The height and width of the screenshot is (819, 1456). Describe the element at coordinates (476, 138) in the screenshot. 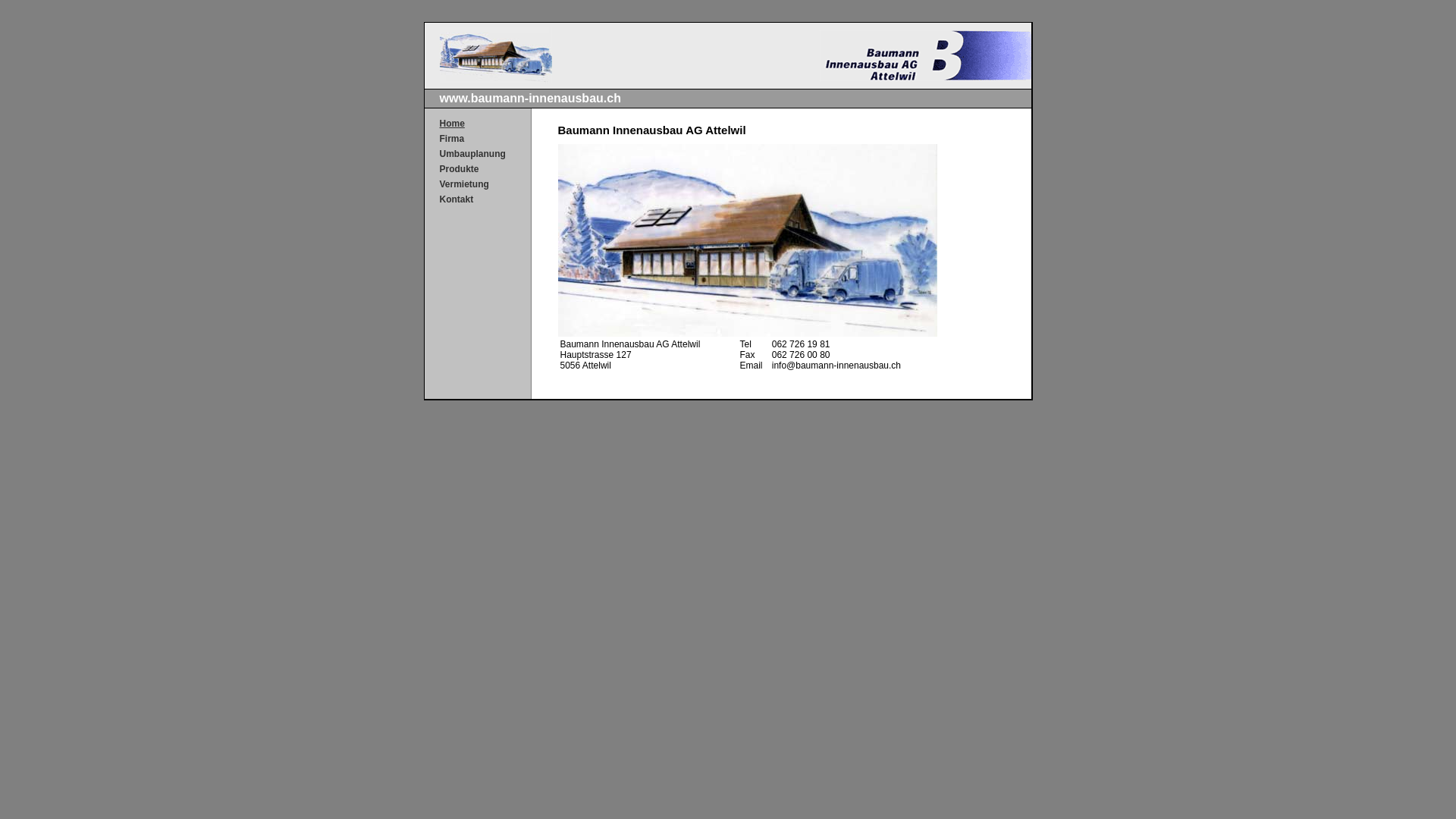

I see `'Firma'` at that location.